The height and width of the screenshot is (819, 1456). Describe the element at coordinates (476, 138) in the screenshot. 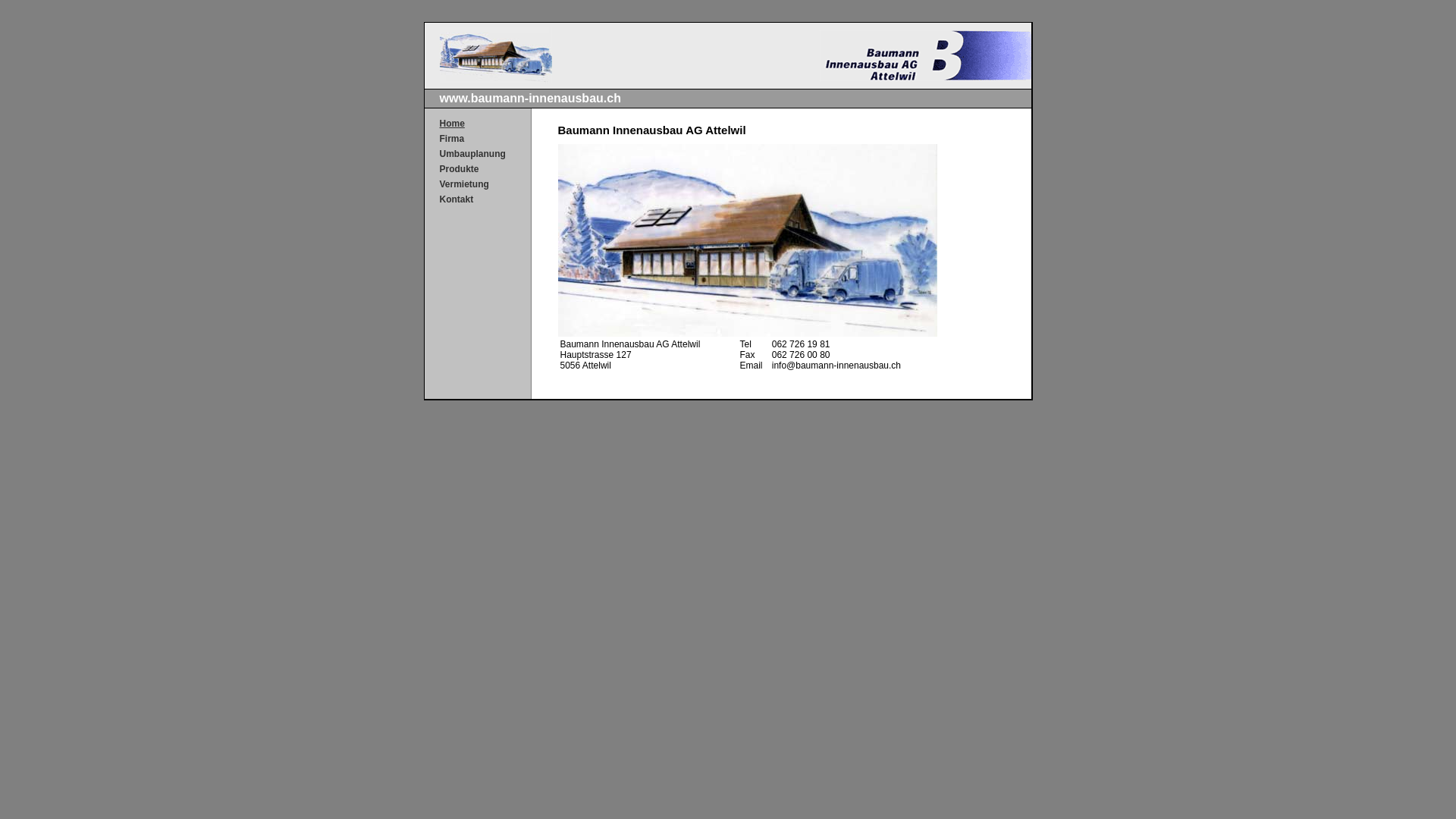

I see `'Firma'` at that location.